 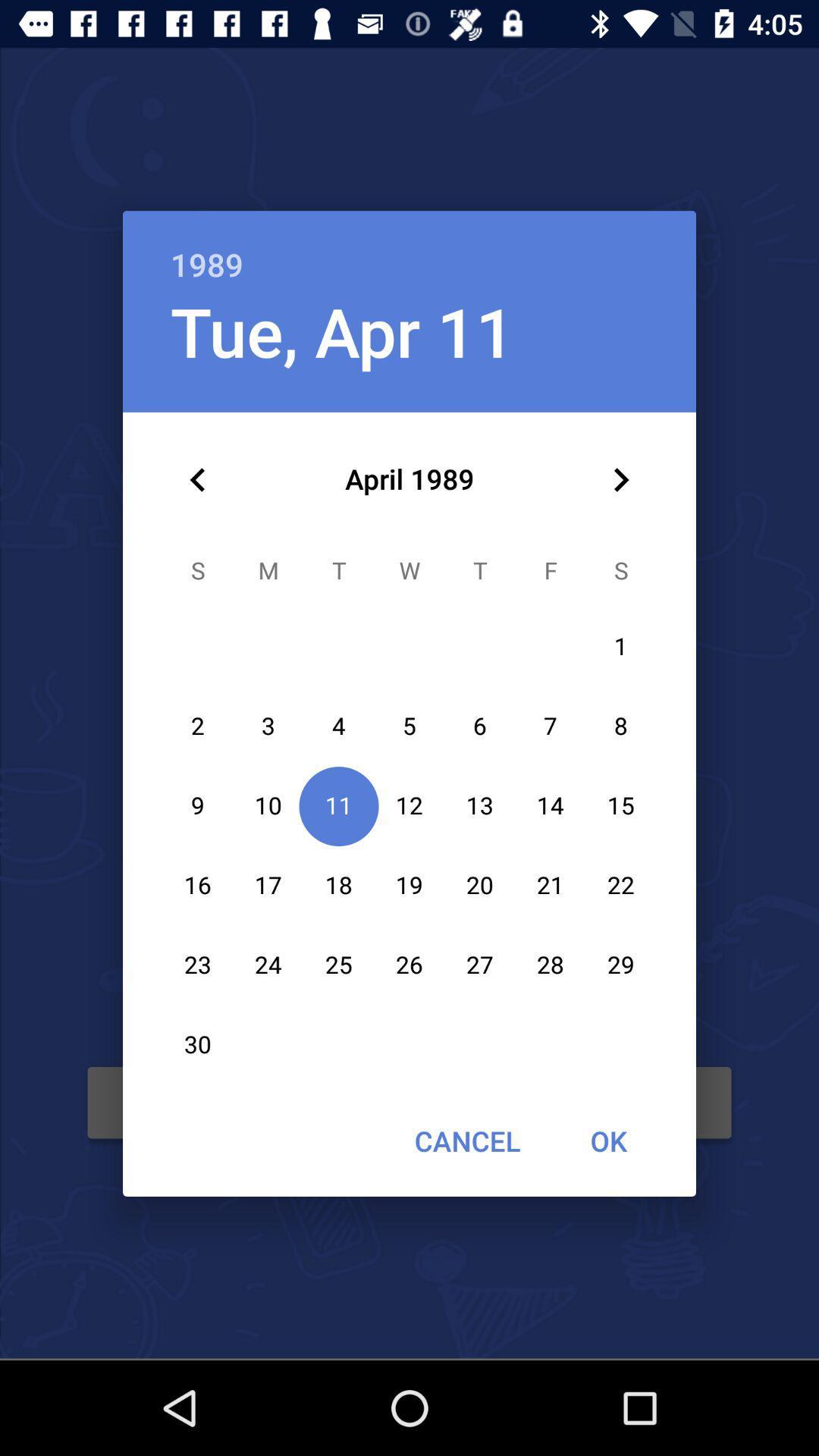 What do you see at coordinates (607, 1141) in the screenshot?
I see `item to the right of cancel icon` at bounding box center [607, 1141].